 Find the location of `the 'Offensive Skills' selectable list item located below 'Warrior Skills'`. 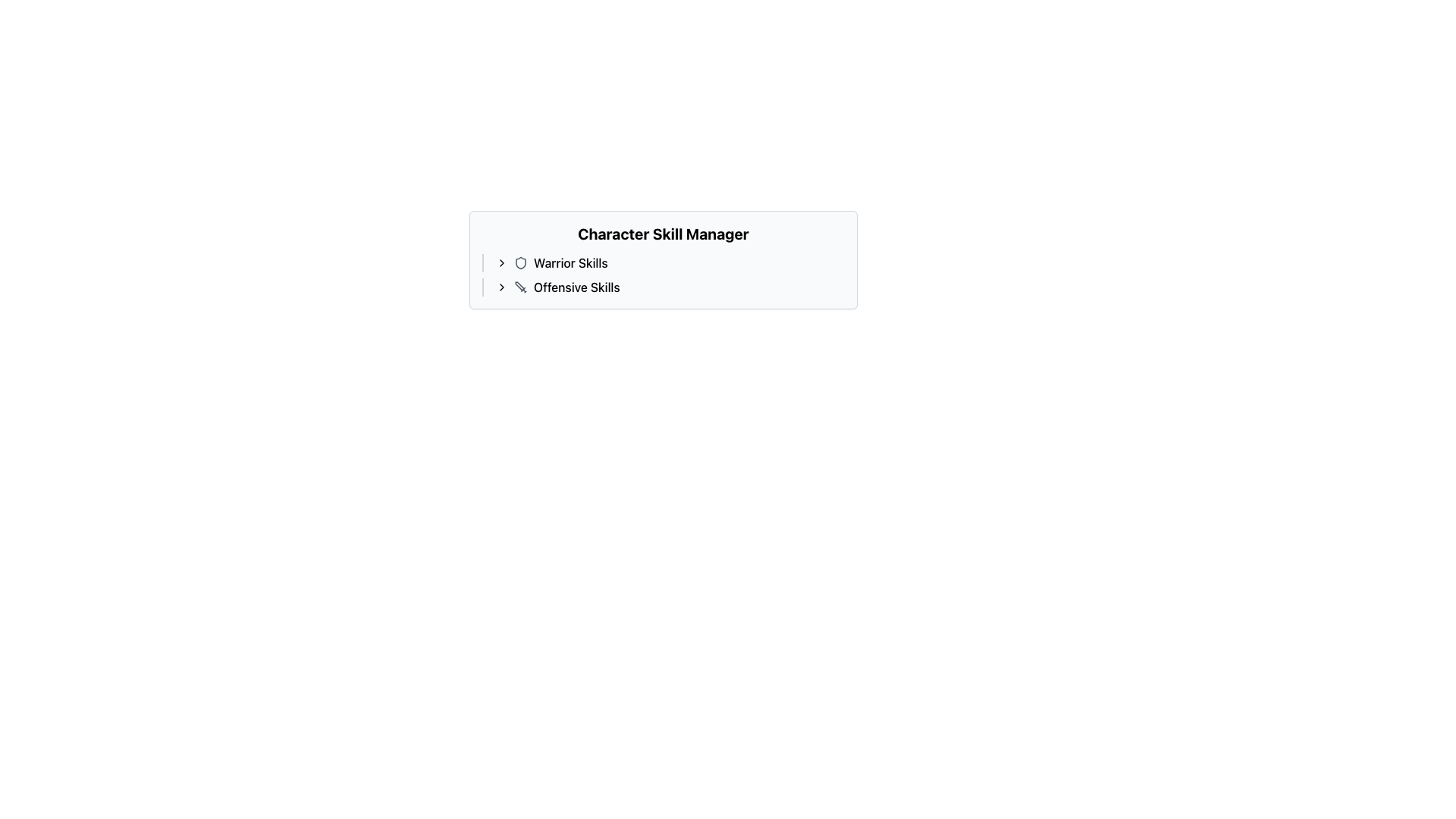

the 'Offensive Skills' selectable list item located below 'Warrior Skills' is located at coordinates (669, 287).